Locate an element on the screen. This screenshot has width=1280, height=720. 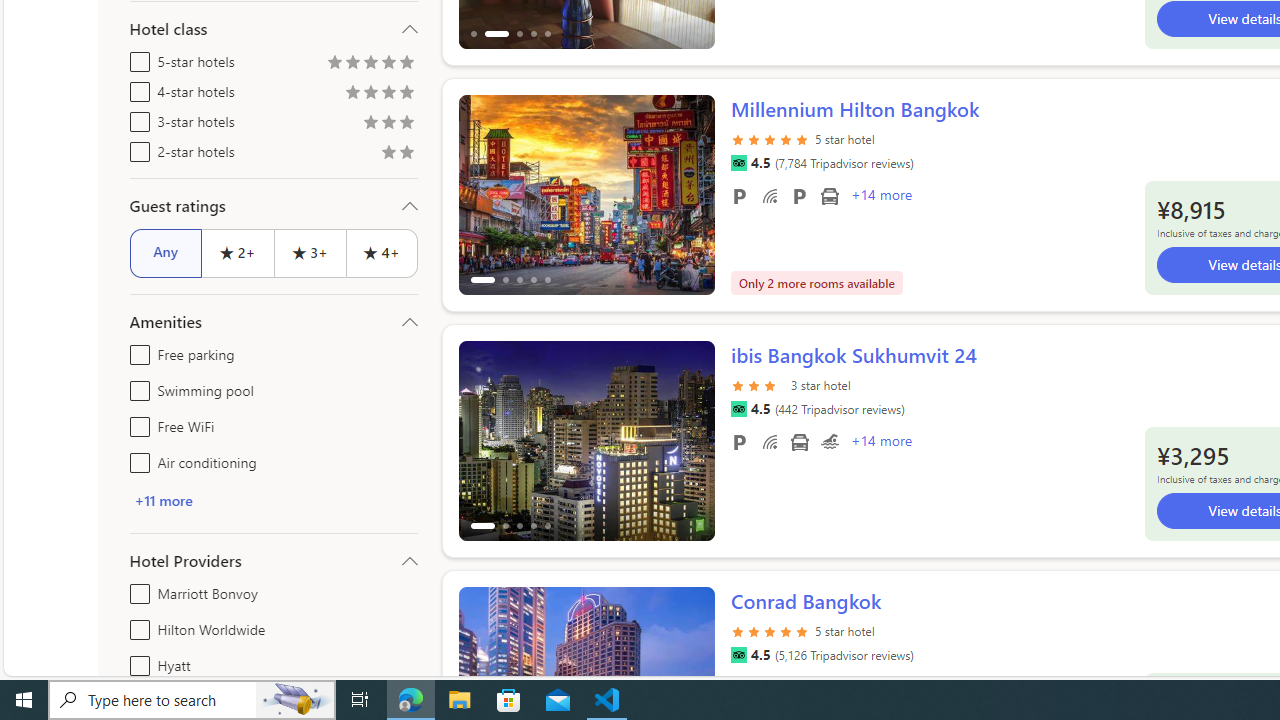
'Swimming pool' is located at coordinates (135, 387).